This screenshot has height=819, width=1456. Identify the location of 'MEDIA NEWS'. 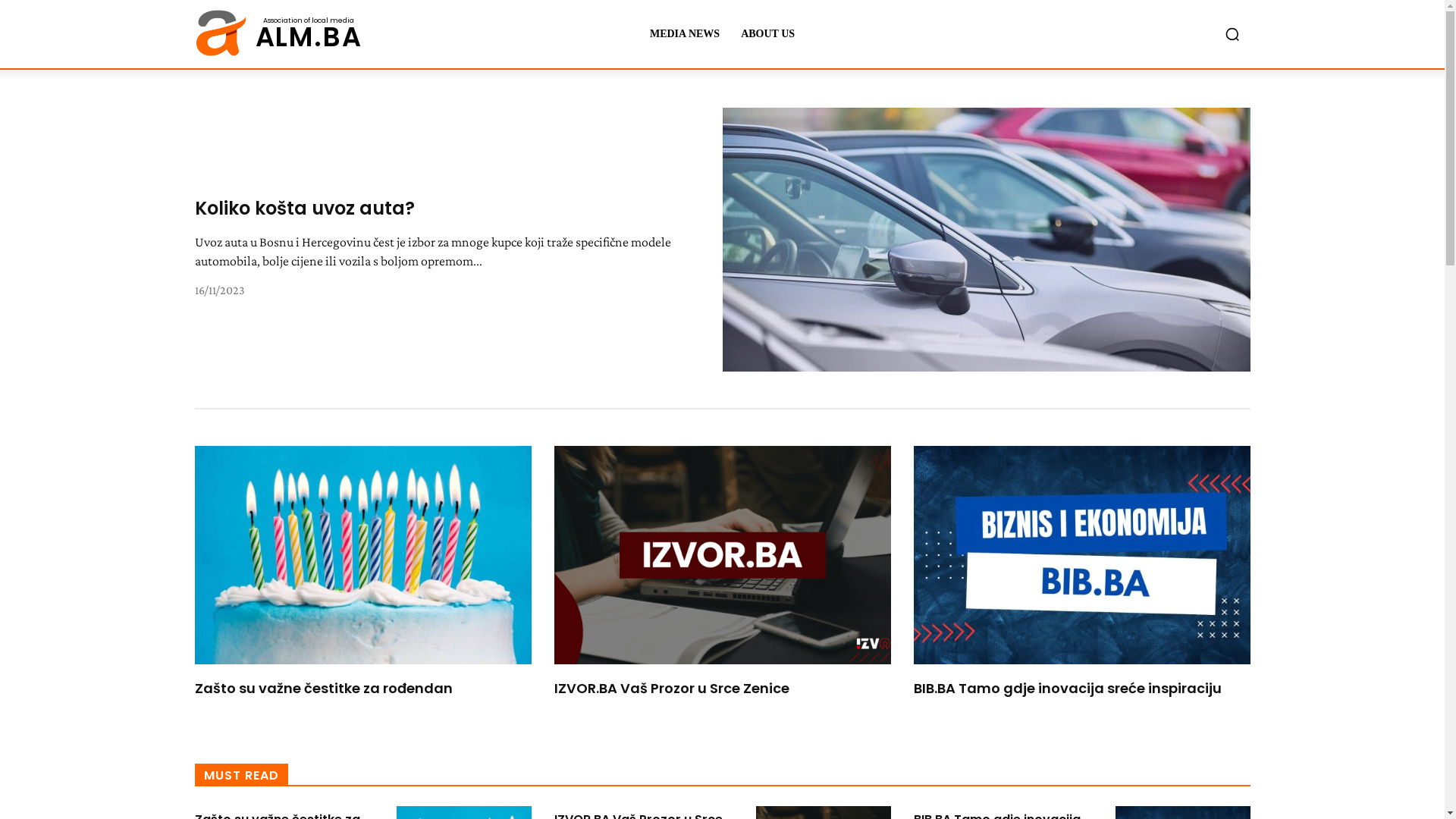
(683, 34).